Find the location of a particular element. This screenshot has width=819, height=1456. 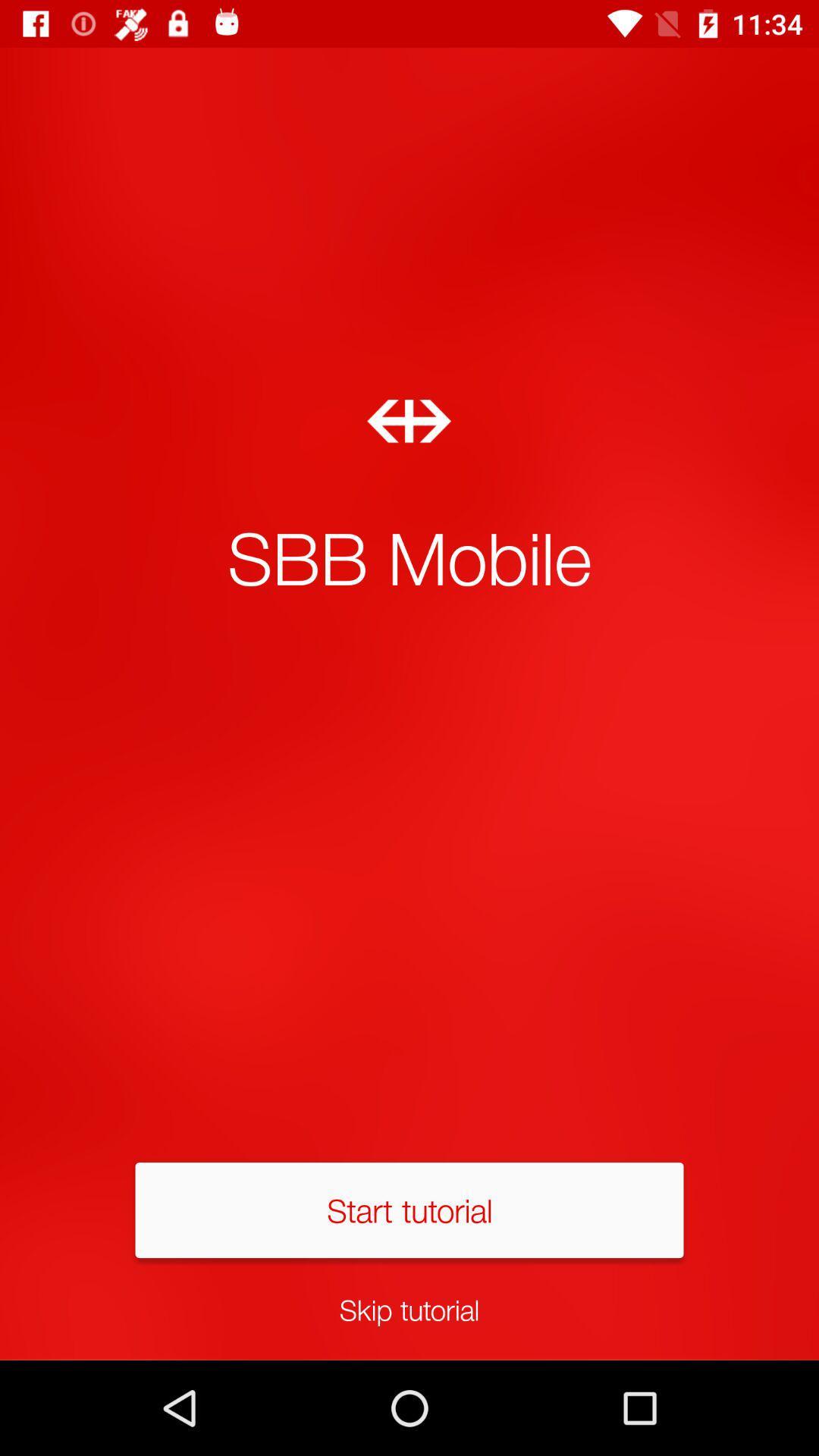

item below sbb mobile icon is located at coordinates (409, 1209).